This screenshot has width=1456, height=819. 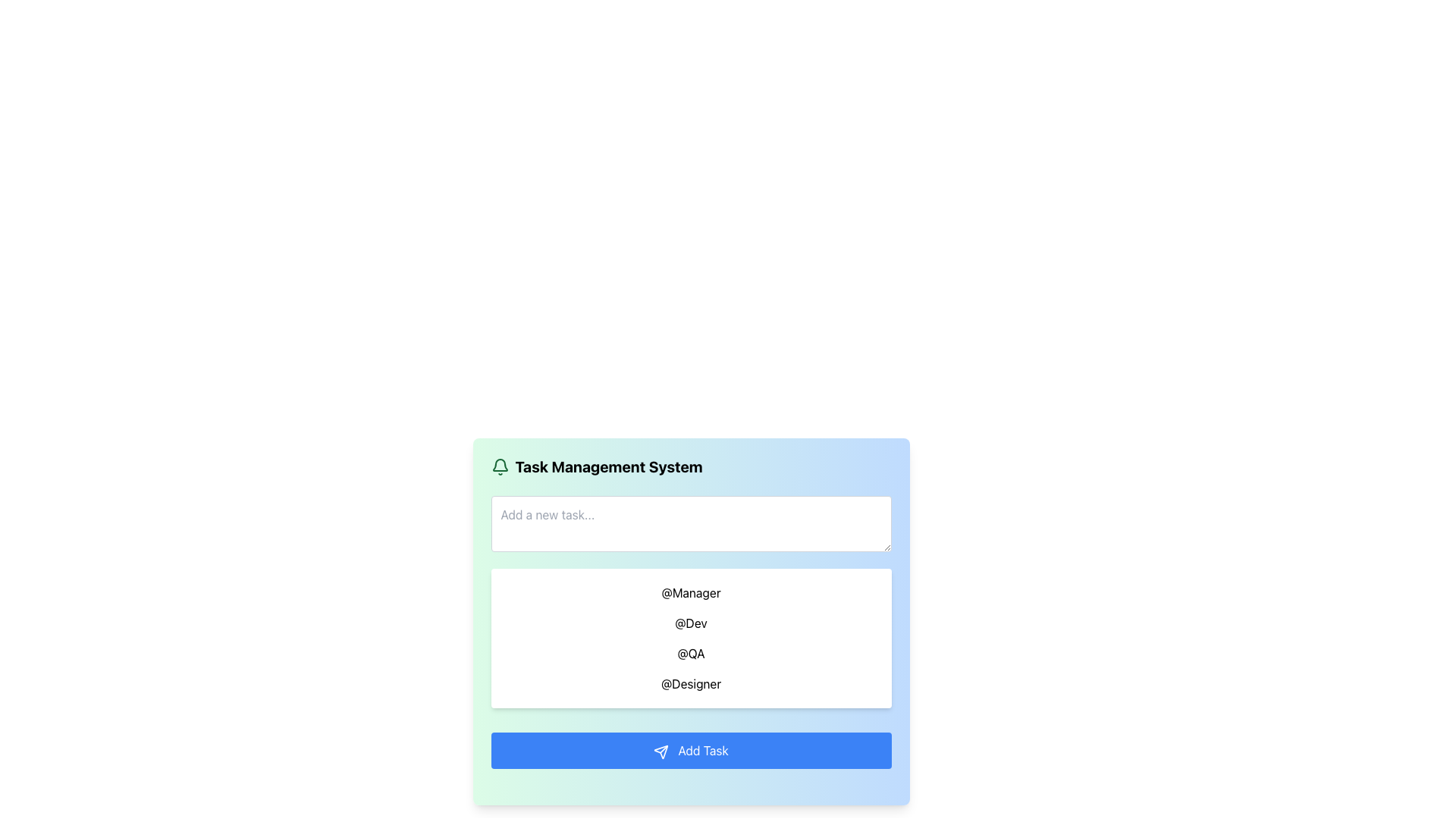 What do you see at coordinates (690, 619) in the screenshot?
I see `the text label '@Dev' which is styled with a clean font and positioned in a list of similar entries, located between '@Manager' and '@QA'` at bounding box center [690, 619].